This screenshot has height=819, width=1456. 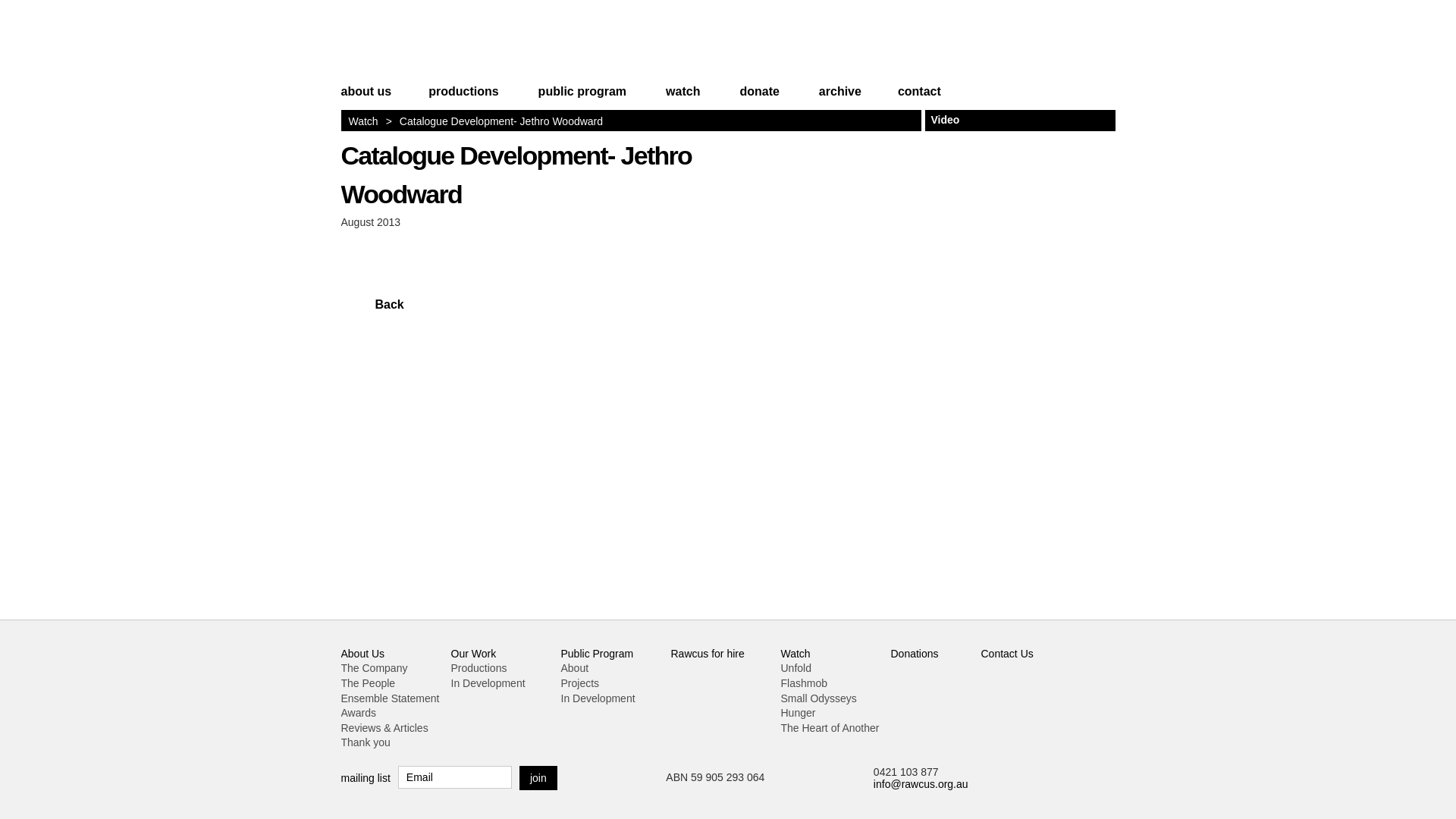 What do you see at coordinates (340, 667) in the screenshot?
I see `'The Company'` at bounding box center [340, 667].